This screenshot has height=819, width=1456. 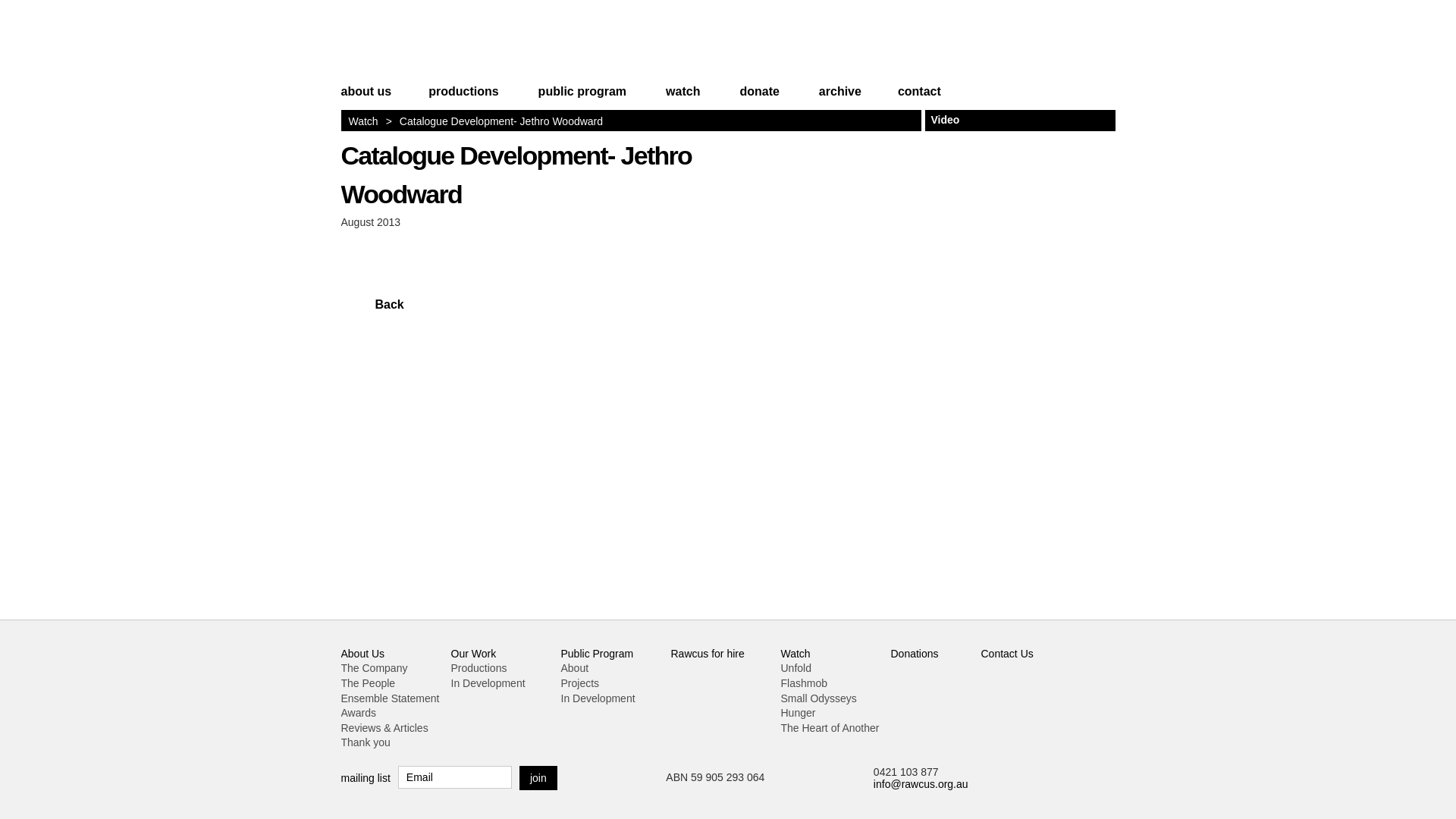 What do you see at coordinates (340, 667) in the screenshot?
I see `'The Company'` at bounding box center [340, 667].